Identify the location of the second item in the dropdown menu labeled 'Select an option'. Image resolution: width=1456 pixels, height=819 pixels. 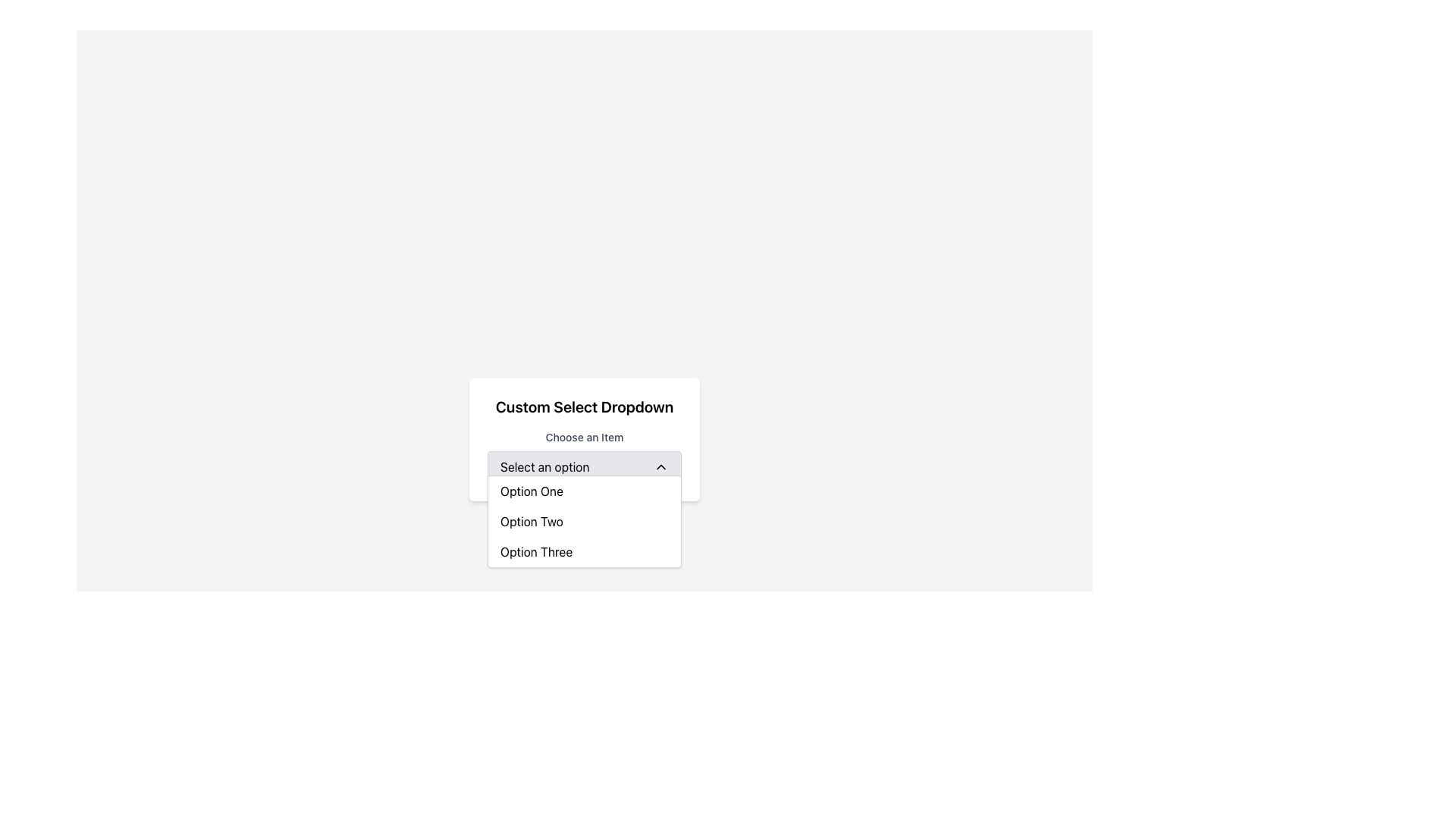
(584, 520).